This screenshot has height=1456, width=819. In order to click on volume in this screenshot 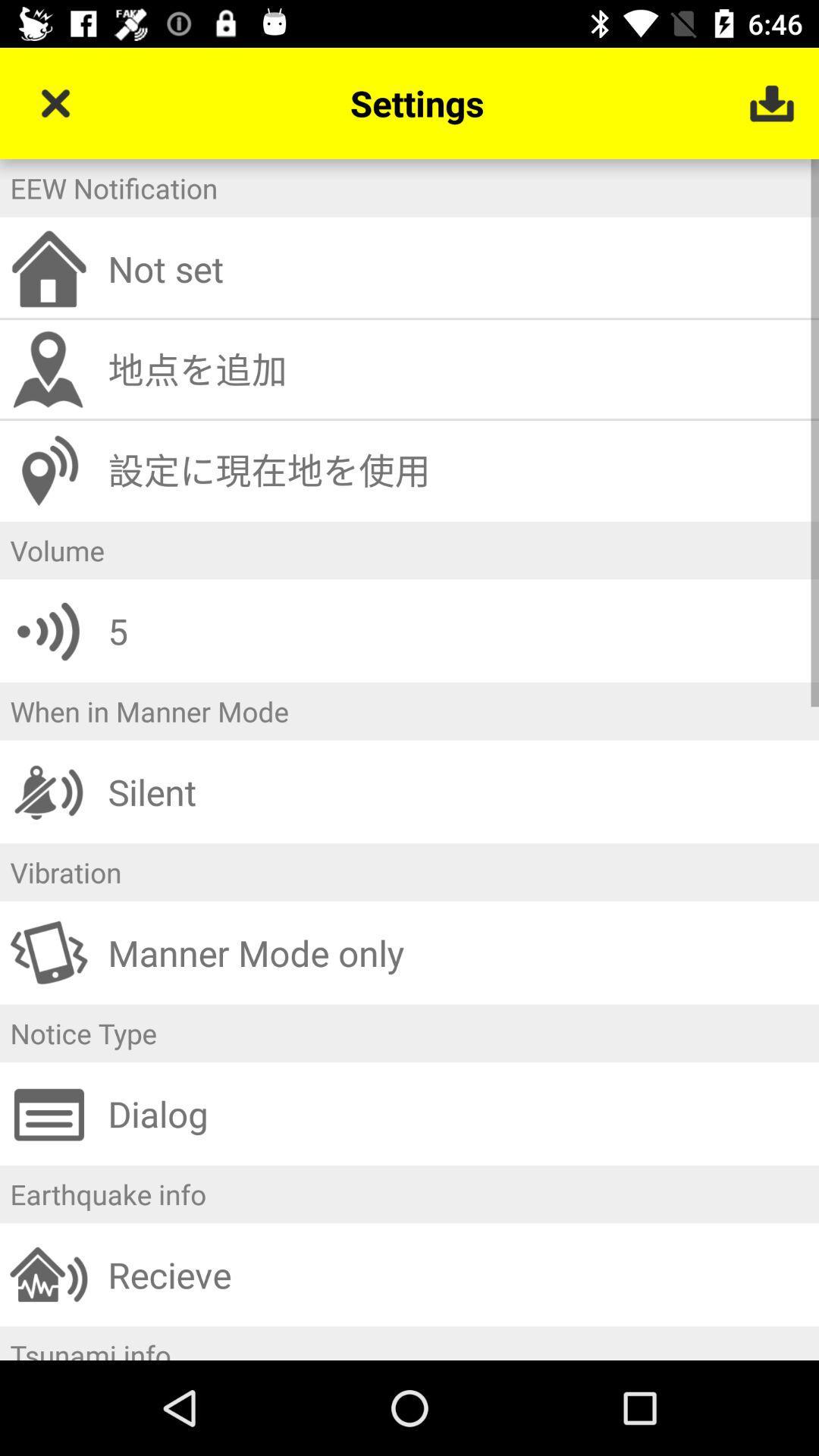, I will do `click(409, 549)`.